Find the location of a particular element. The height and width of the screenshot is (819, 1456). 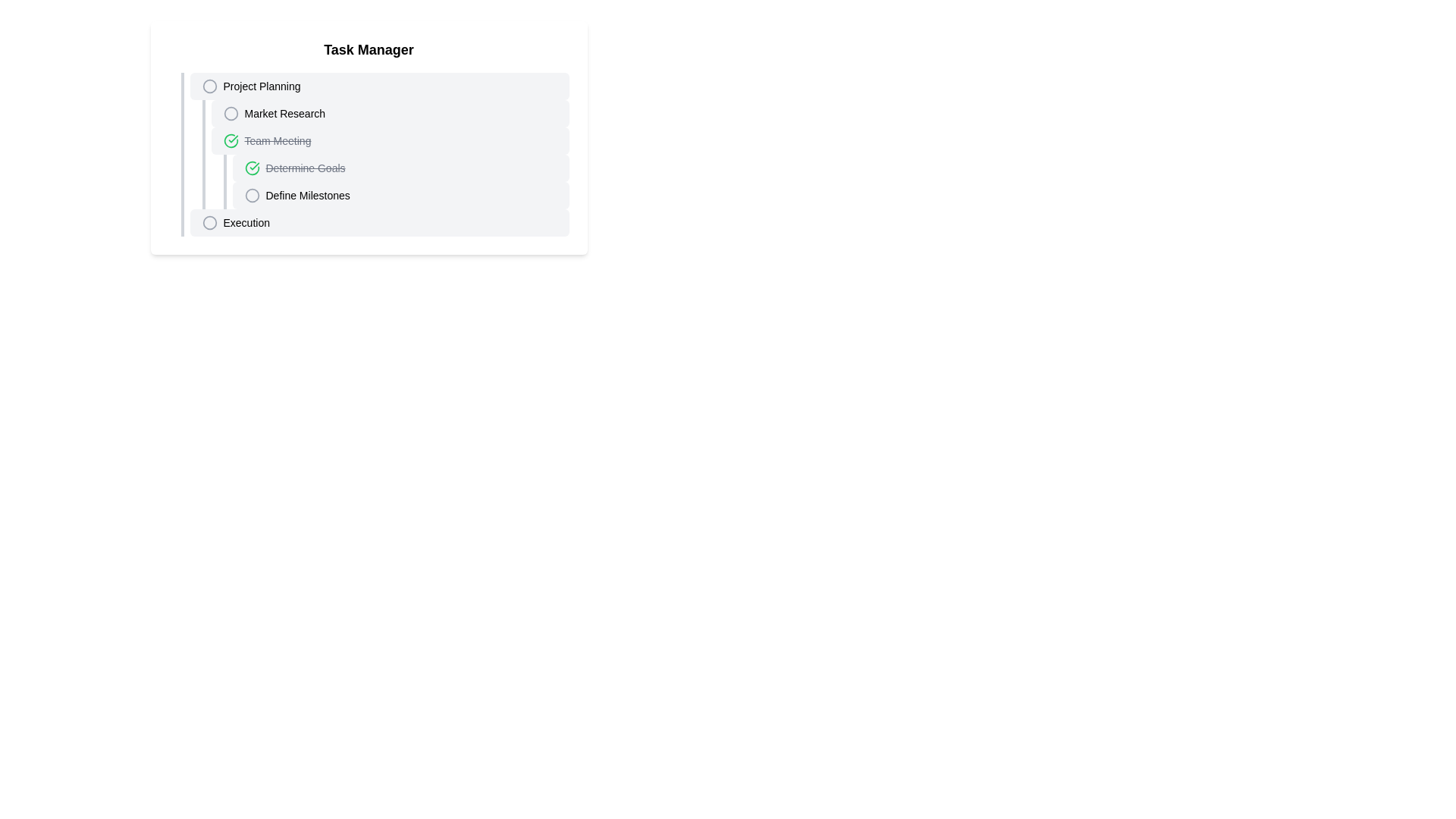

the checkmark icon indicating the completion status of the 'Team Meeting' task under the 'Project Planning' category is located at coordinates (252, 168).